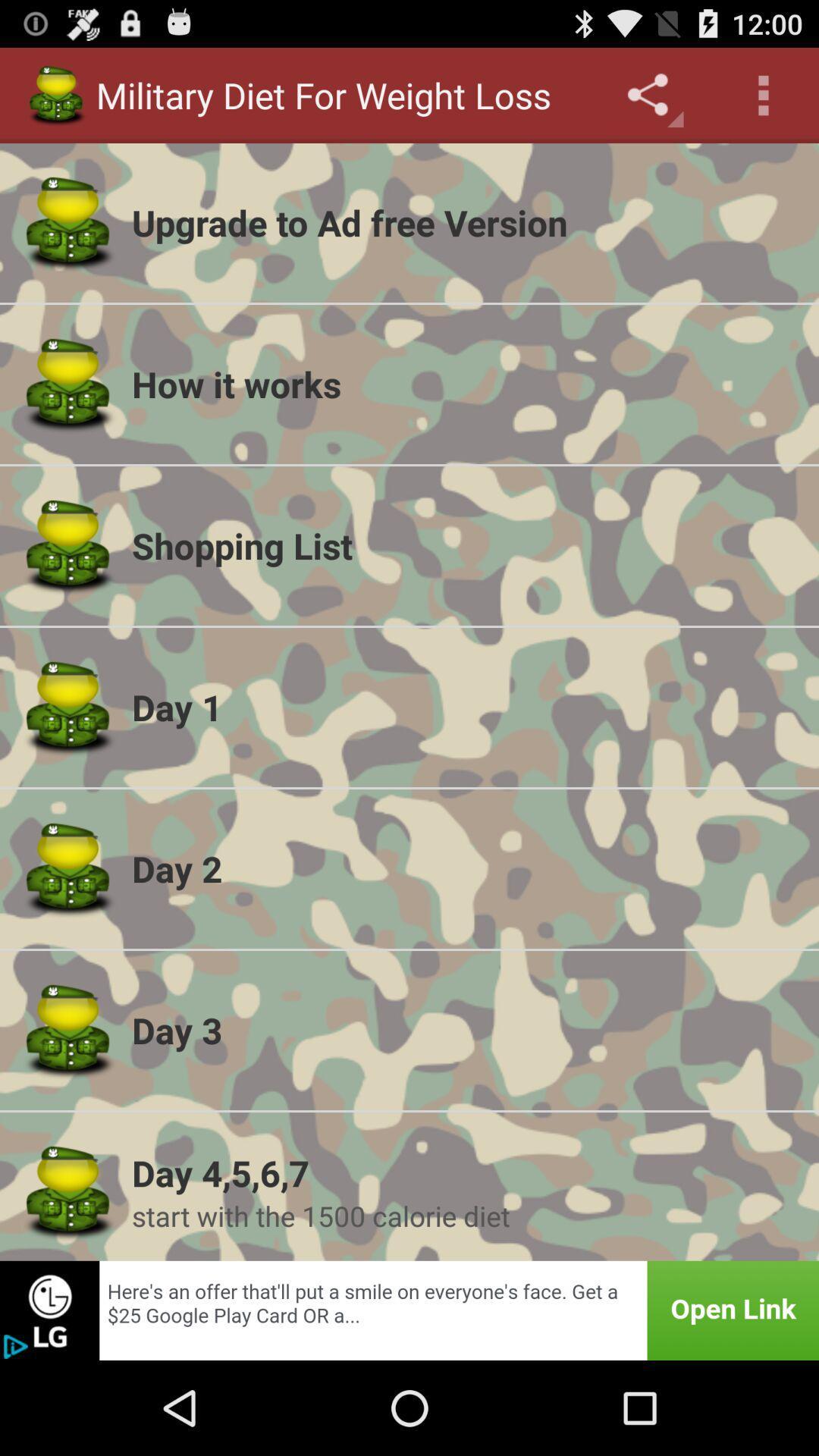  I want to click on open advertisement, so click(409, 1310).